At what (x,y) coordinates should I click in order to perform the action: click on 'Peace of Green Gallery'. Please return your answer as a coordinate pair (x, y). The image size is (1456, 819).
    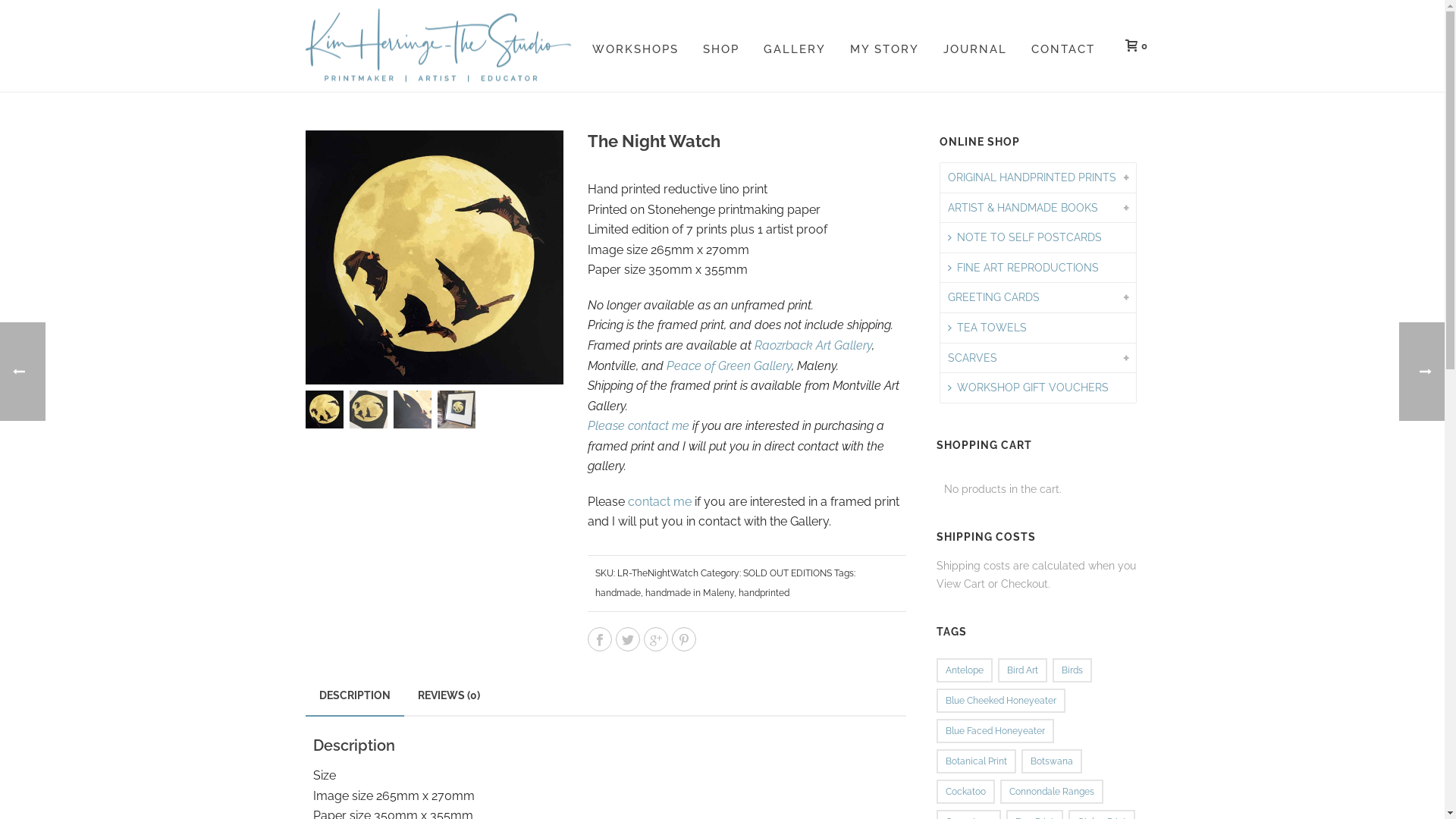
    Looking at the image, I should click on (666, 366).